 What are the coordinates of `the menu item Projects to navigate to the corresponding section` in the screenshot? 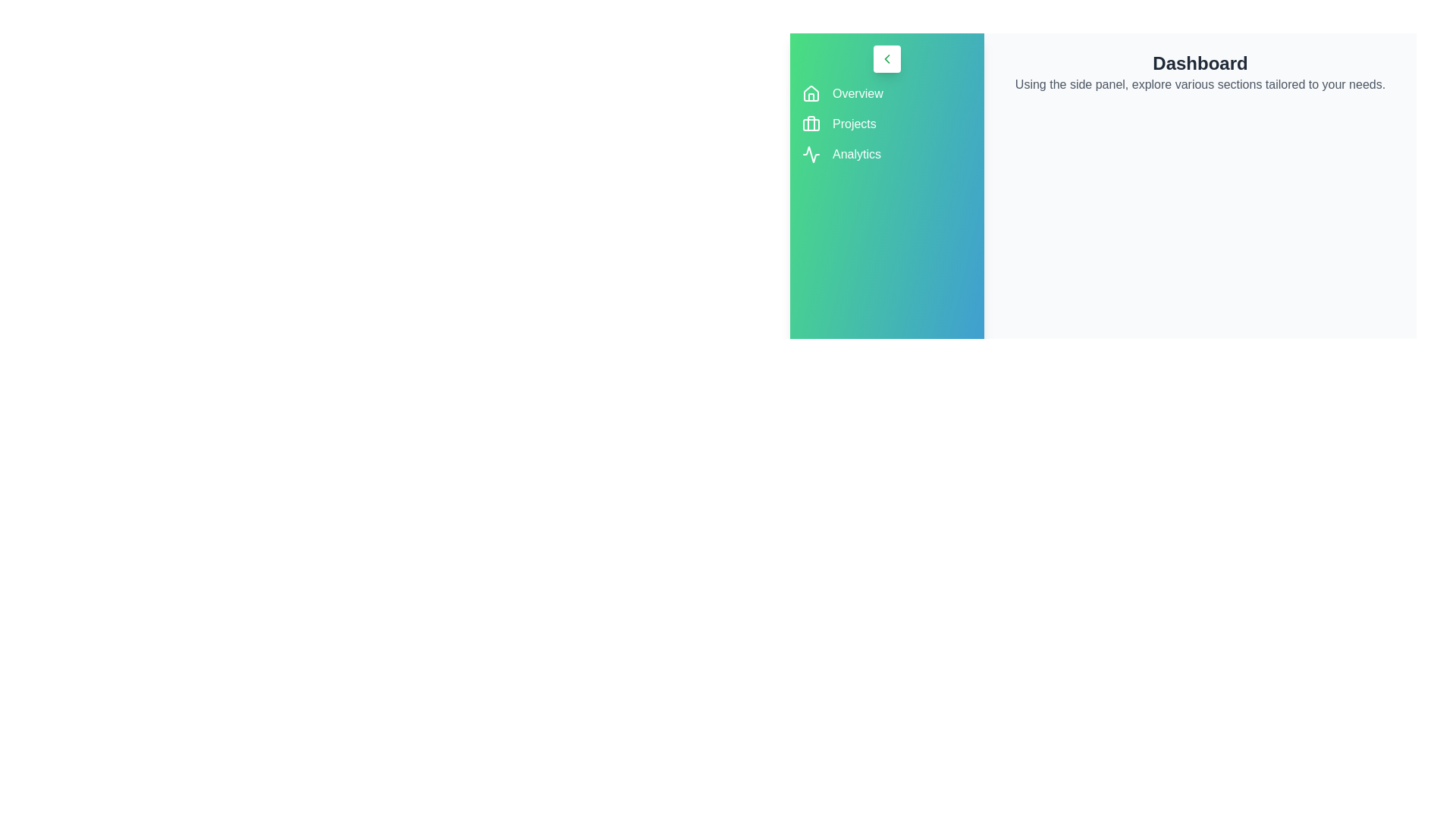 It's located at (854, 124).